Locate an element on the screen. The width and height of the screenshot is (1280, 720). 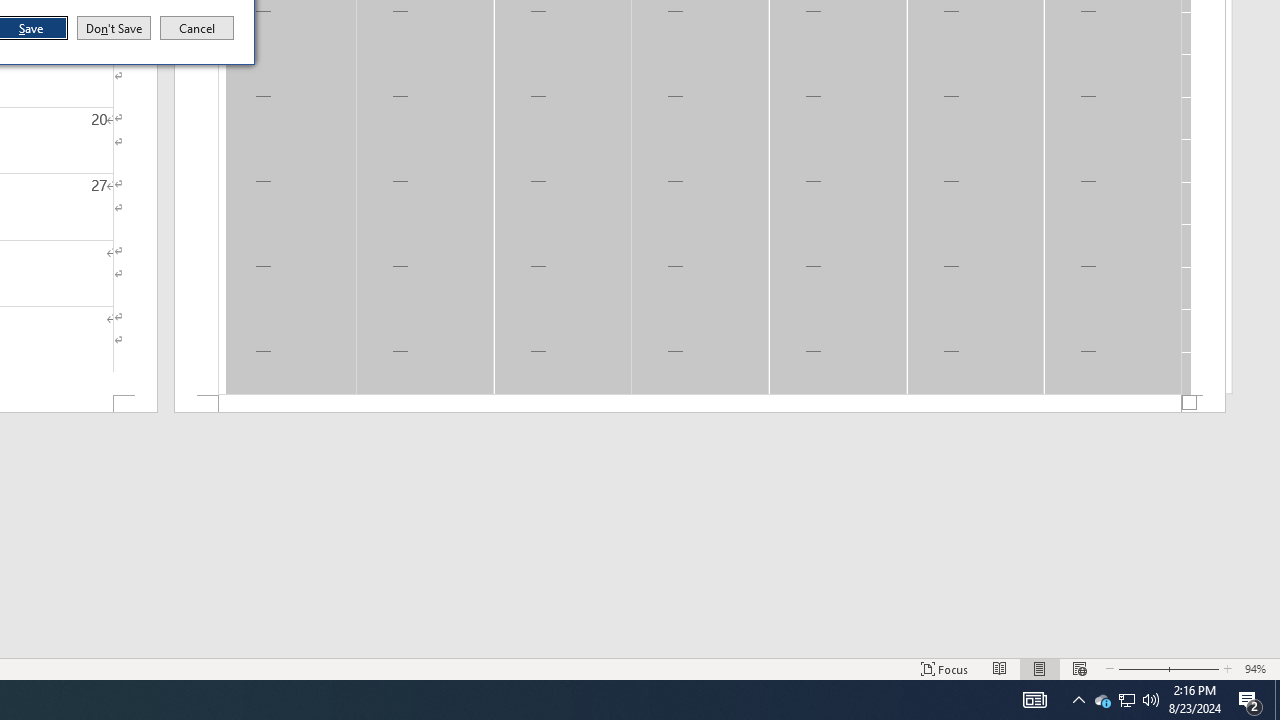
'Footer -Section 1-' is located at coordinates (700, 404).